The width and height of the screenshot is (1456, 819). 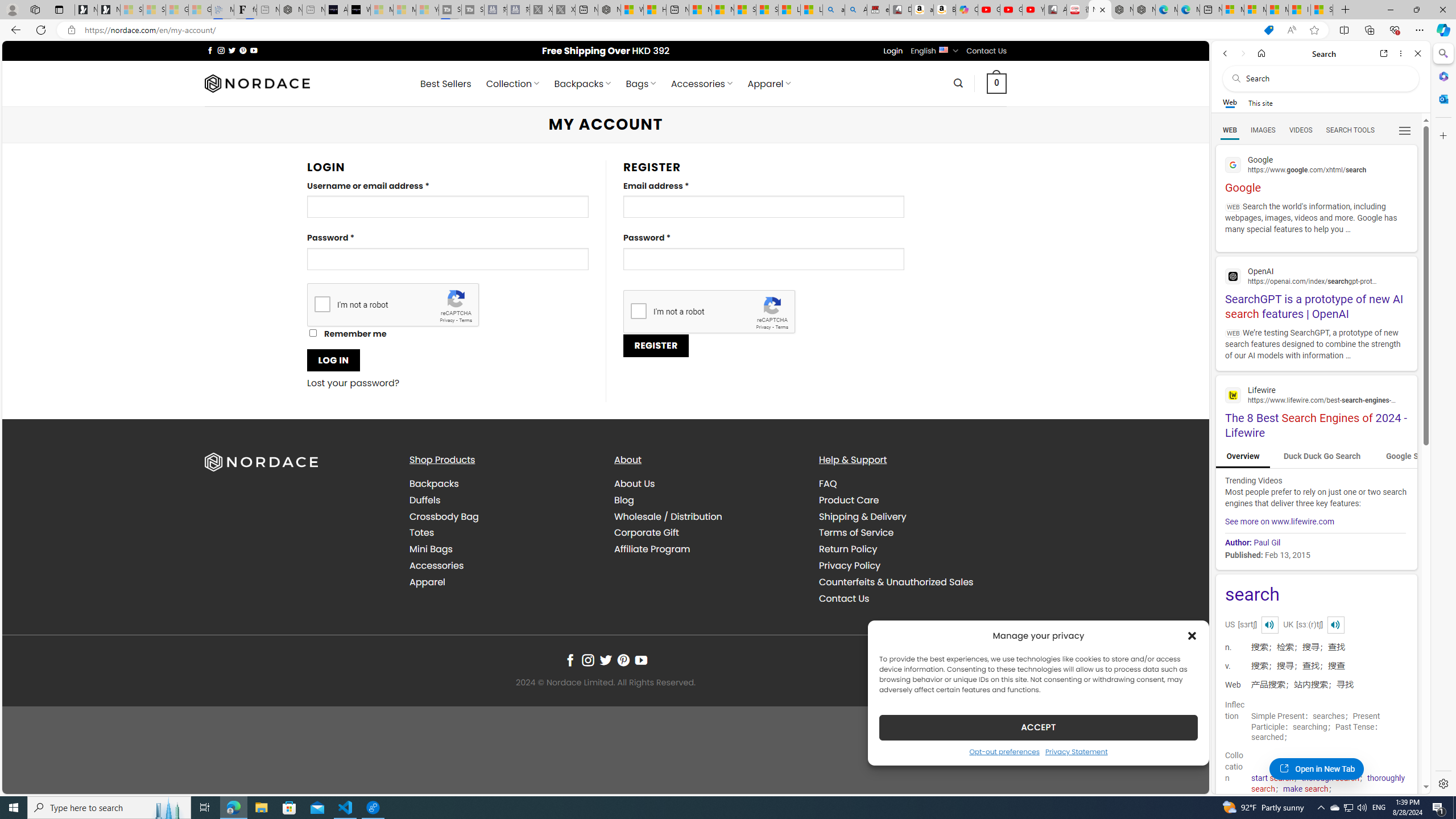 I want to click on 'Opt-out preferences', so click(x=1004, y=751).